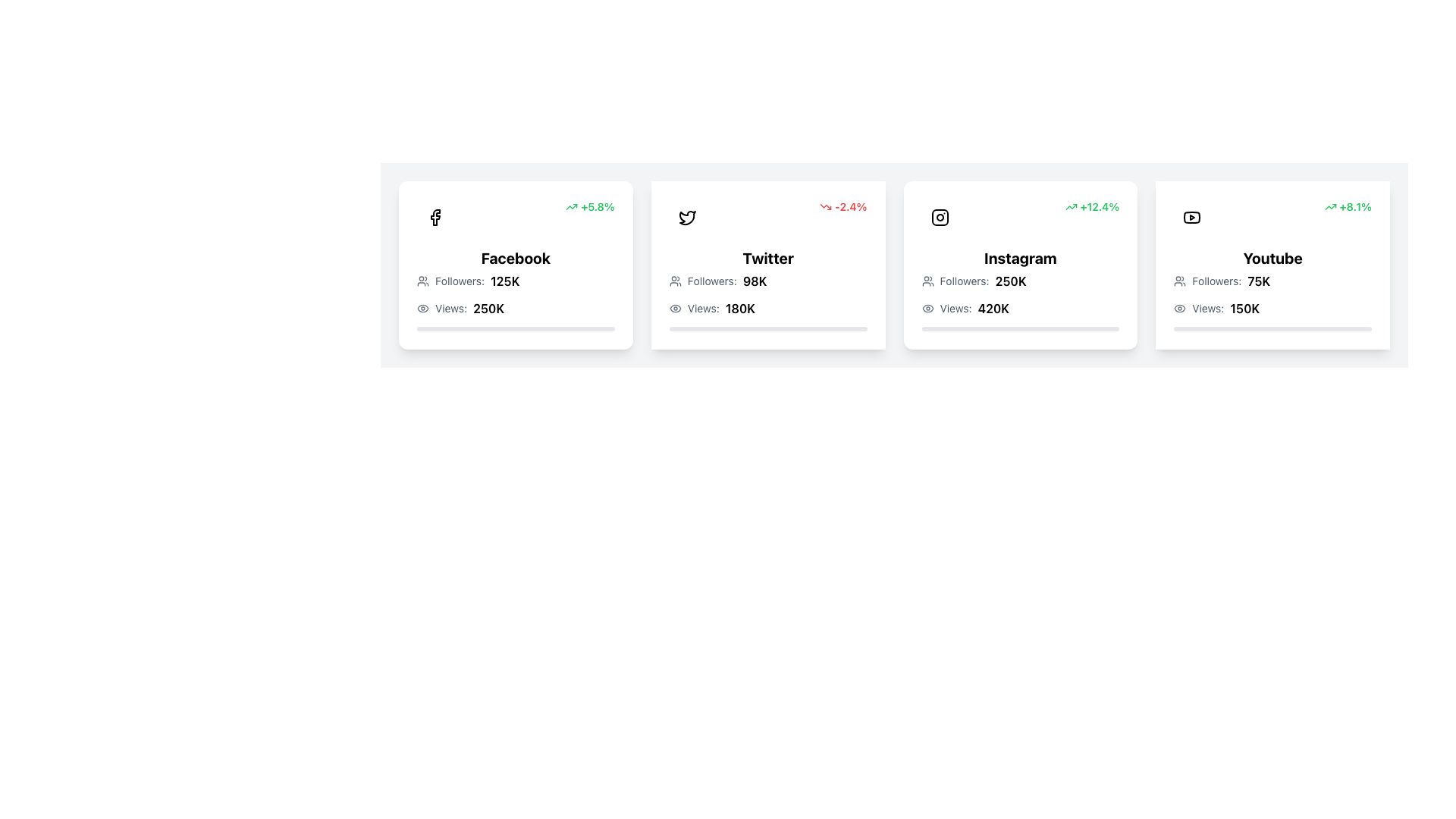  I want to click on the progress bar located under the 'Views: 180K' label within the 'Twitter' card, which is the second card from the left, so click(768, 328).